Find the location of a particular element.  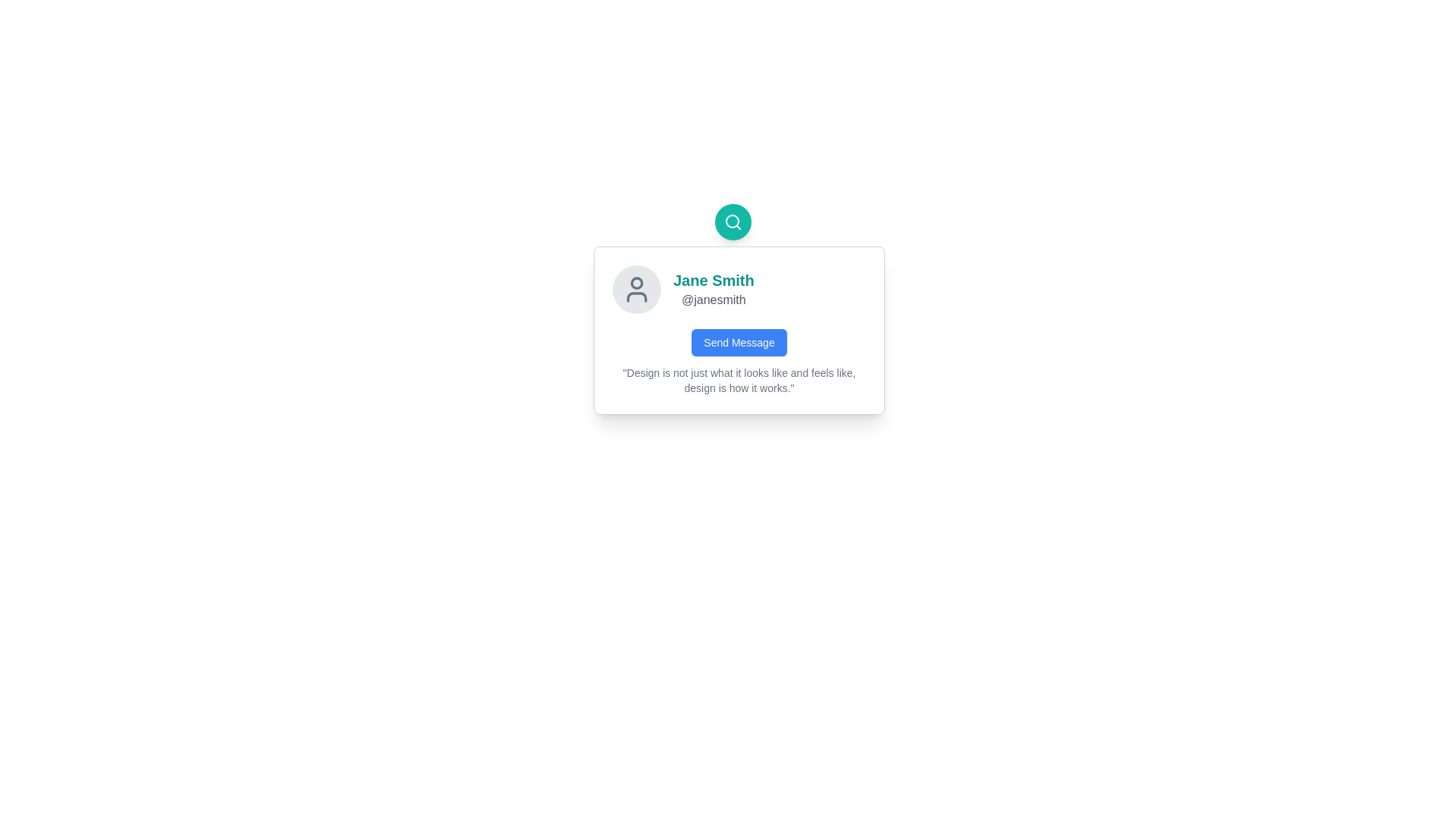

the circular lens element of the magnifying glass icon, which is positioned above the user information card in the interface is located at coordinates (732, 221).